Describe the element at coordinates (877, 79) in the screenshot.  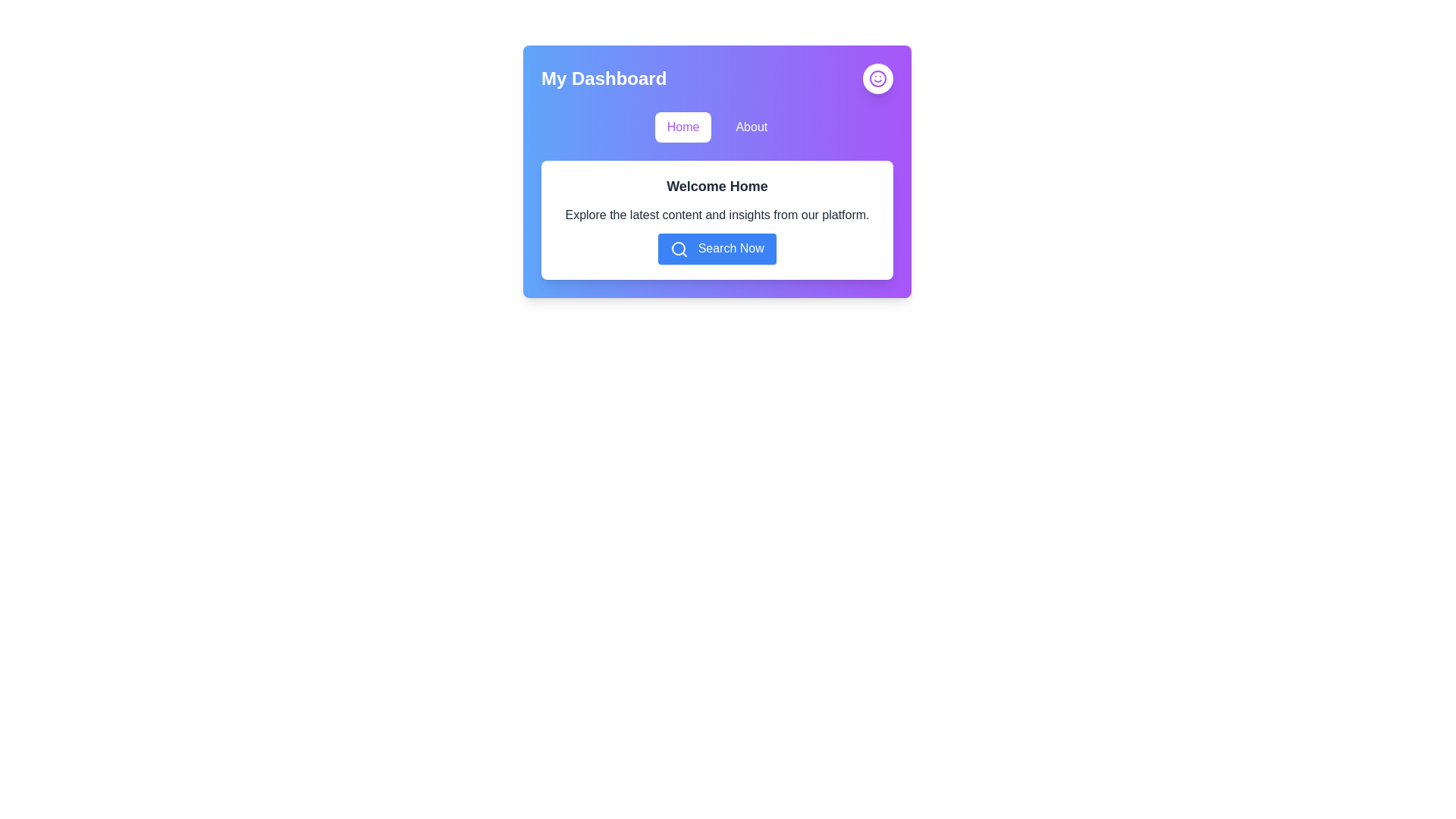
I see `the circular stroke portion of the smiley face icon located in the top-right corner of the card interface` at that location.